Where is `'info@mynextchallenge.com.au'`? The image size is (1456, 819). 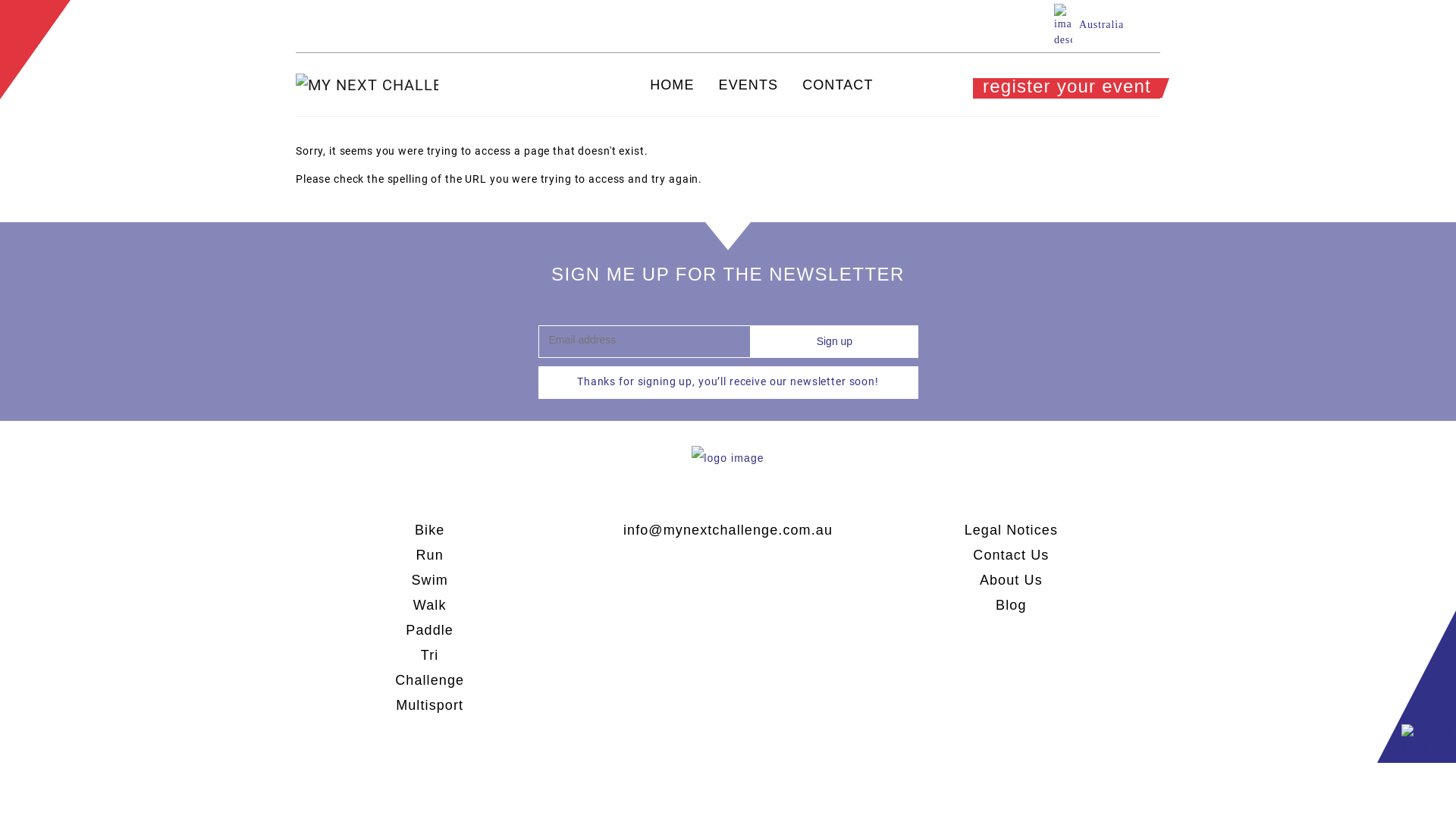
'info@mynextchallenge.com.au' is located at coordinates (726, 529).